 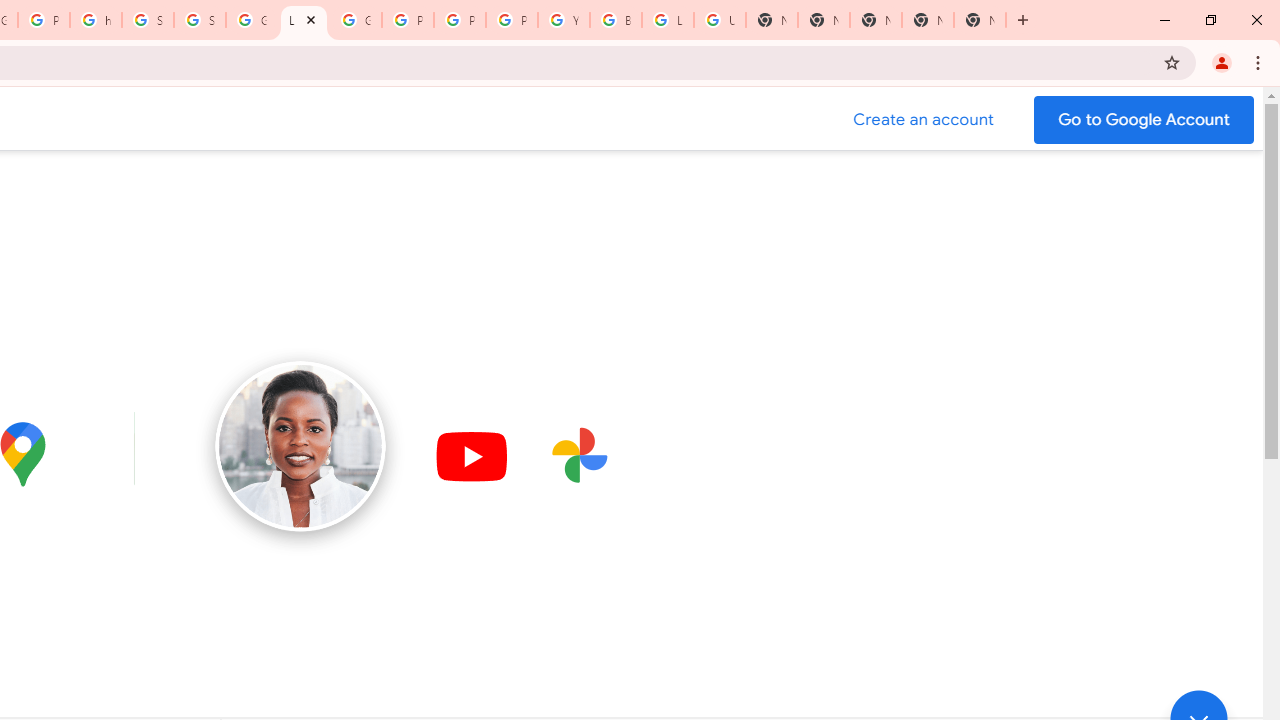 What do you see at coordinates (406, 20) in the screenshot?
I see `'Privacy Help Center - Policies Help'` at bounding box center [406, 20].